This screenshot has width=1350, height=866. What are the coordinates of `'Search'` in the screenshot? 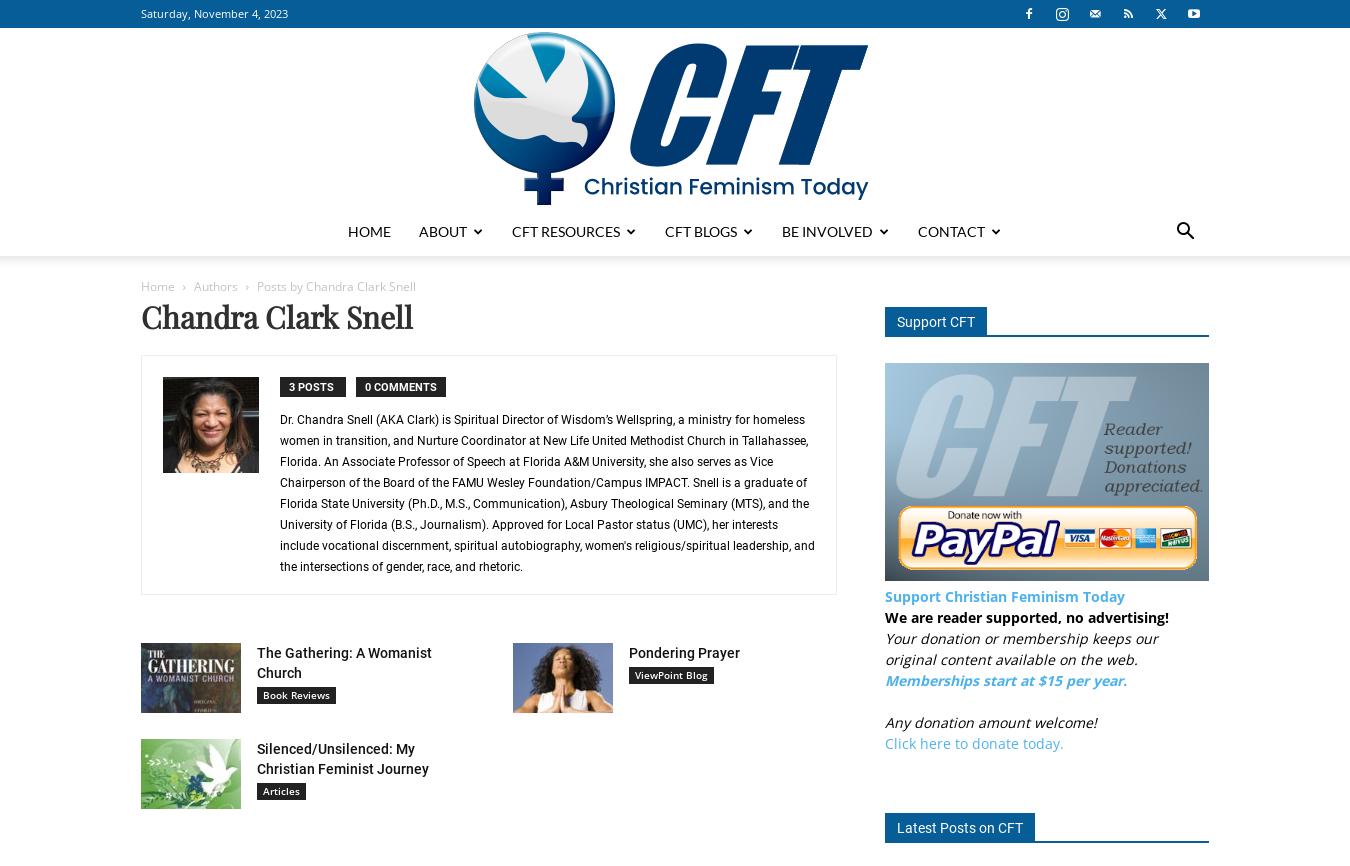 It's located at (674, 100).